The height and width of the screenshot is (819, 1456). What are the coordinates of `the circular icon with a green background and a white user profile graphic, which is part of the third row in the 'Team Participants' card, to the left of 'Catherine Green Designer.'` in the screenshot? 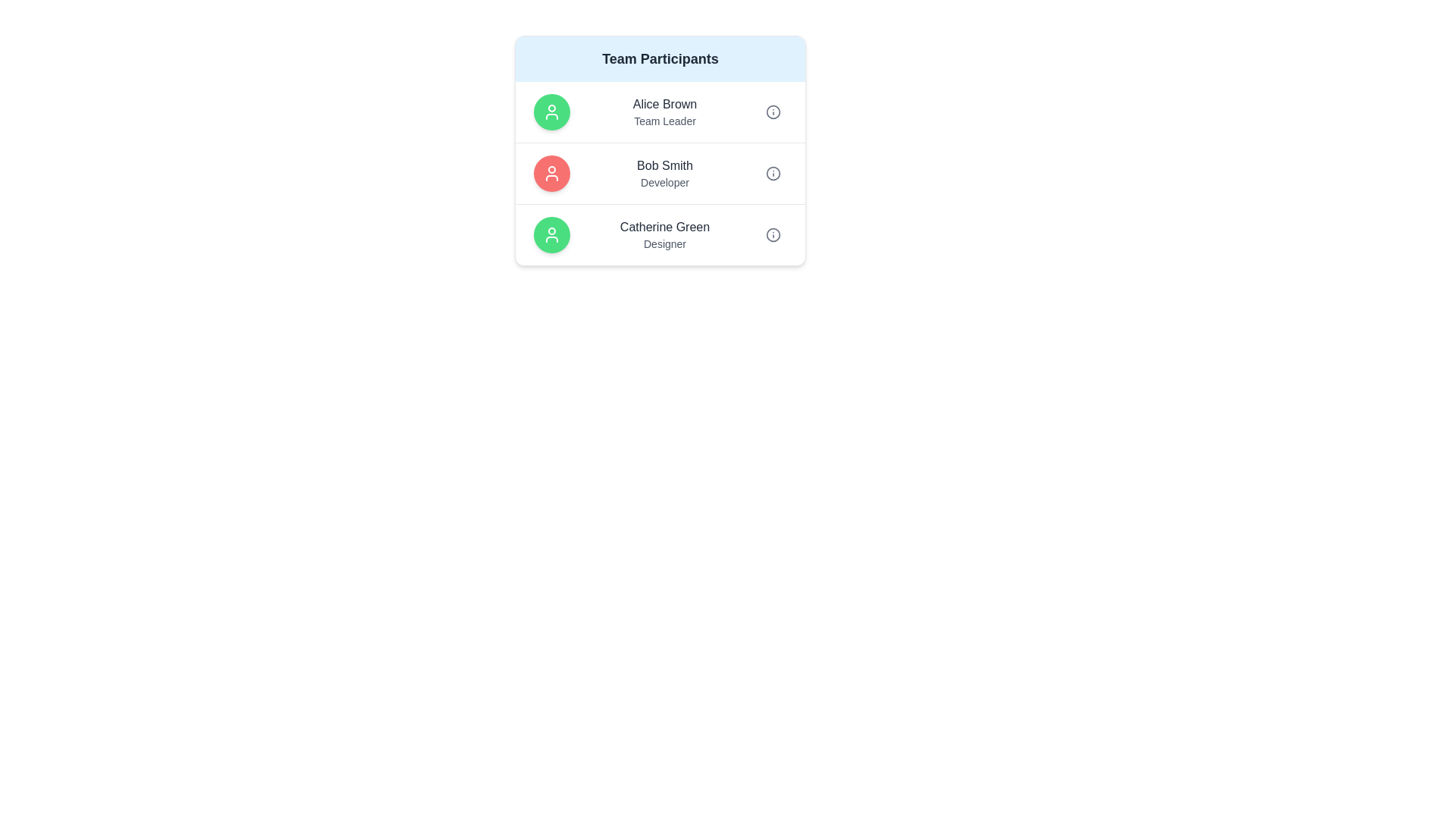 It's located at (551, 234).